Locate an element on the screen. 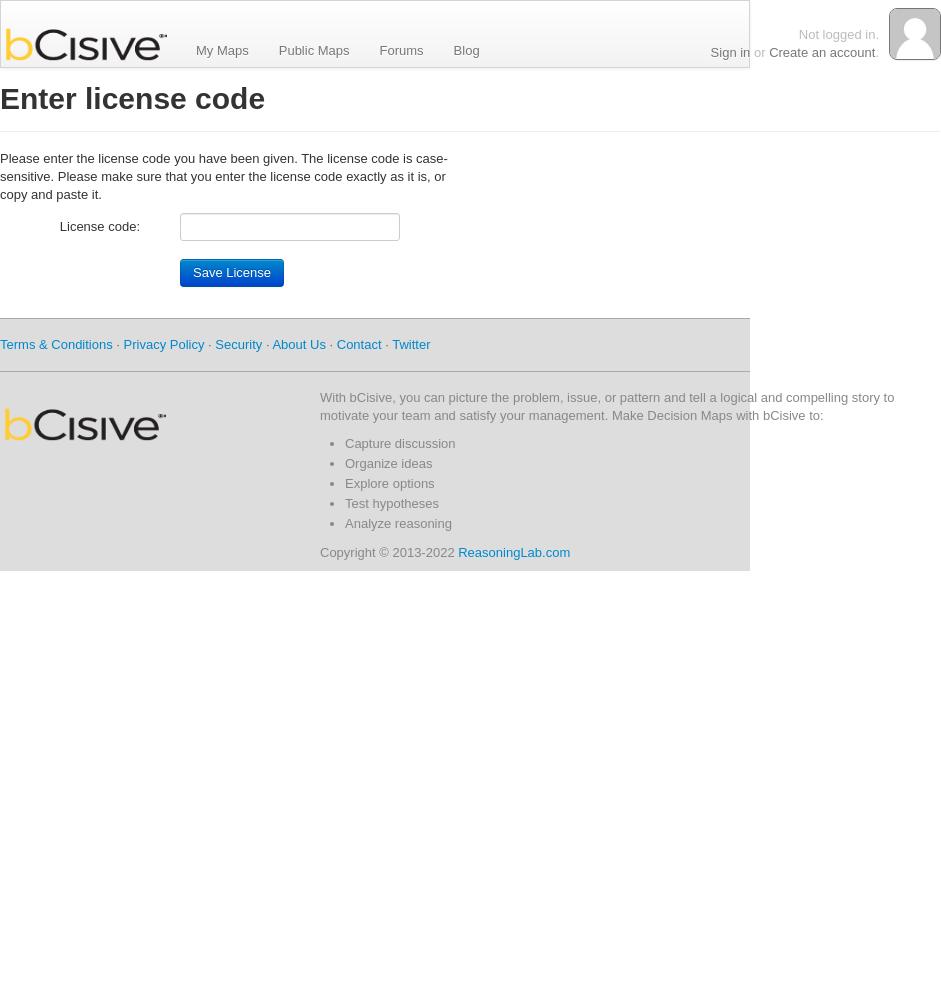  'Twitter' is located at coordinates (410, 343).